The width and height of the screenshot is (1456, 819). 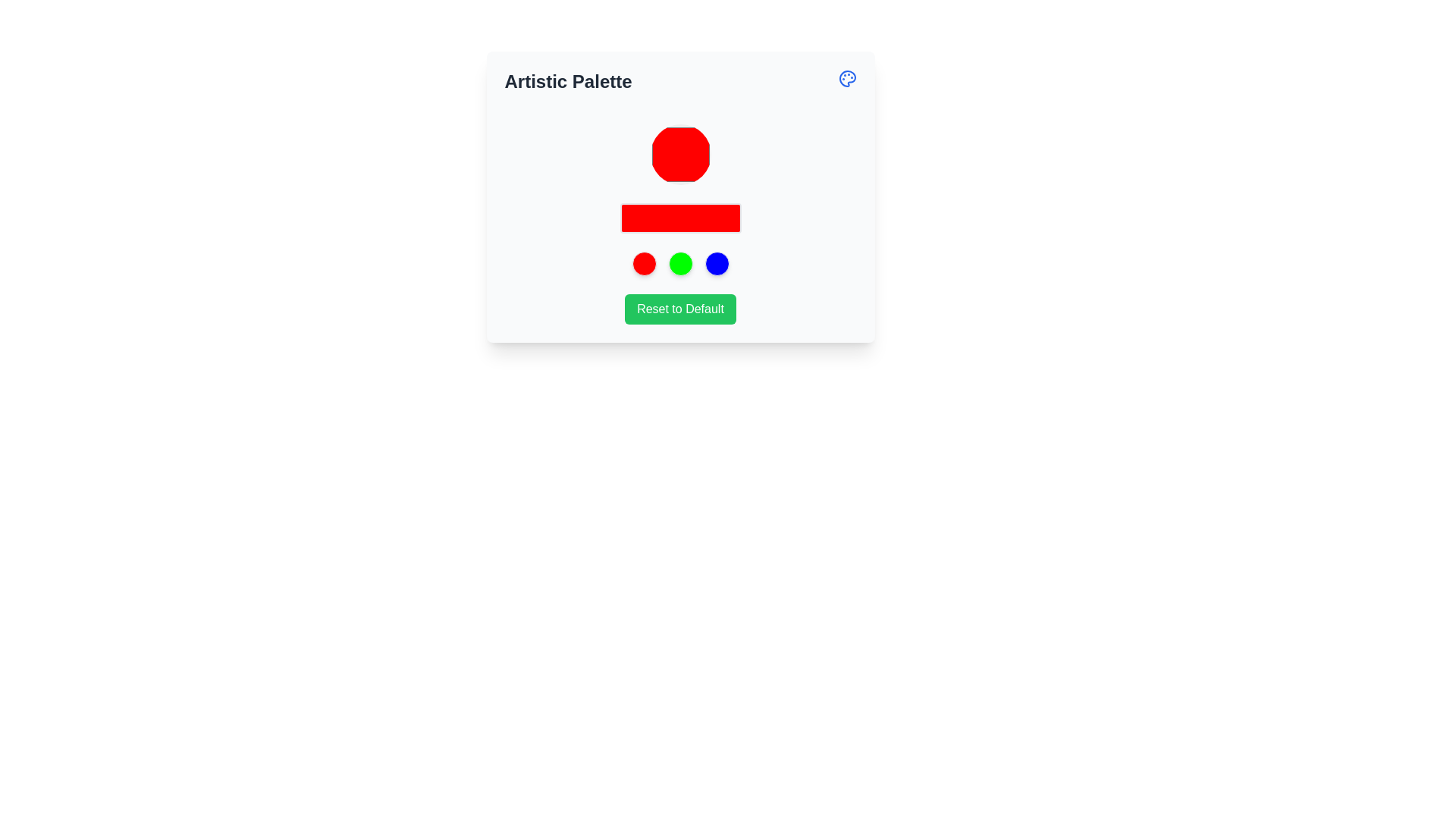 What do you see at coordinates (846, 79) in the screenshot?
I see `the Decorative SVG icon resembling a painter's palette located in the top-right corner of the card with the text 'Artistic Palette'` at bounding box center [846, 79].